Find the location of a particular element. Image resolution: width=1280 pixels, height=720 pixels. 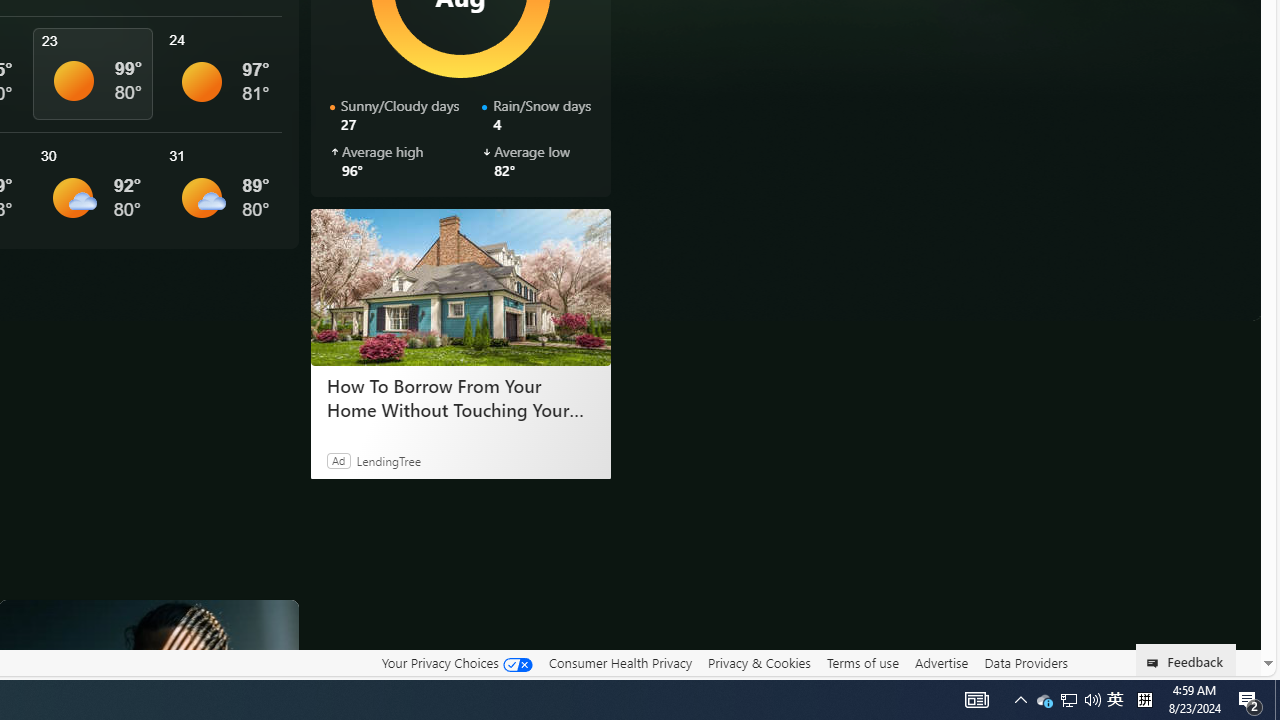

'Data Providers' is located at coordinates (1025, 663).